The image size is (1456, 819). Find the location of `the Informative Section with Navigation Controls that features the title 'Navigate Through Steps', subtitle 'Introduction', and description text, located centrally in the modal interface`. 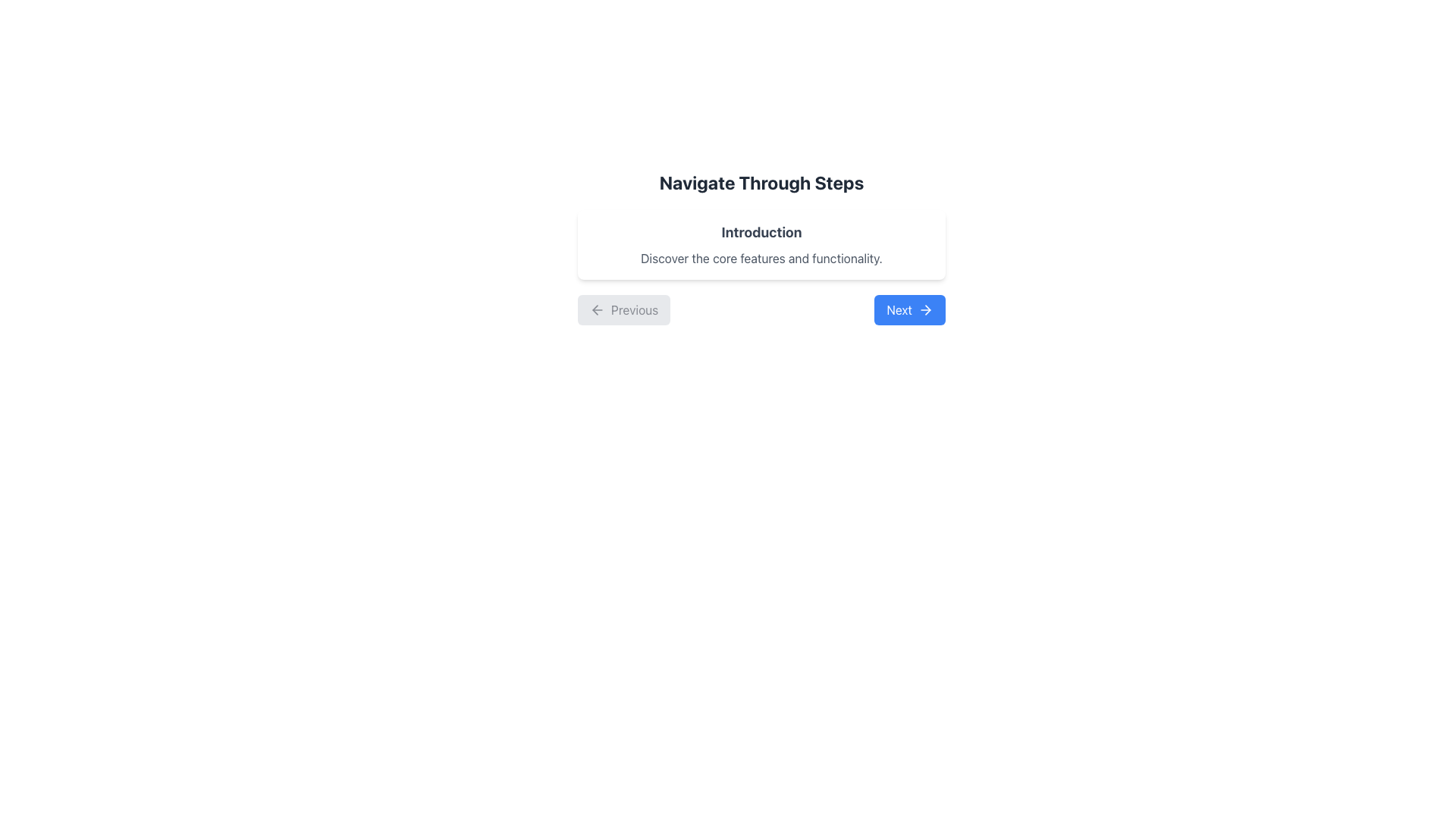

the Informative Section with Navigation Controls that features the title 'Navigate Through Steps', subtitle 'Introduction', and description text, located centrally in the modal interface is located at coordinates (761, 247).